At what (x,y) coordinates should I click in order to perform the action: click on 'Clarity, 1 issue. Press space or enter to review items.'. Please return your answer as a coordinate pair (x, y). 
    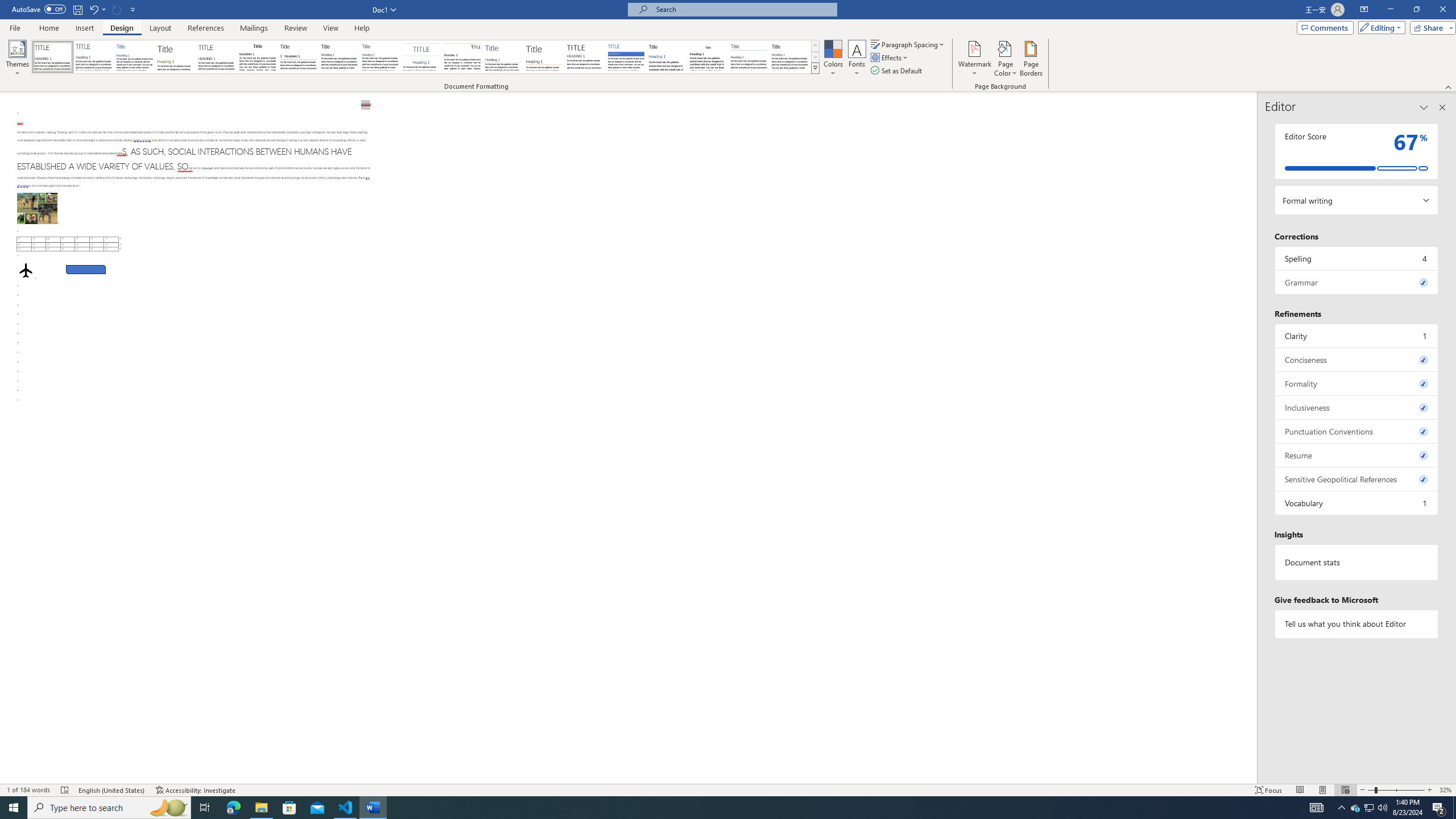
    Looking at the image, I should click on (1356, 335).